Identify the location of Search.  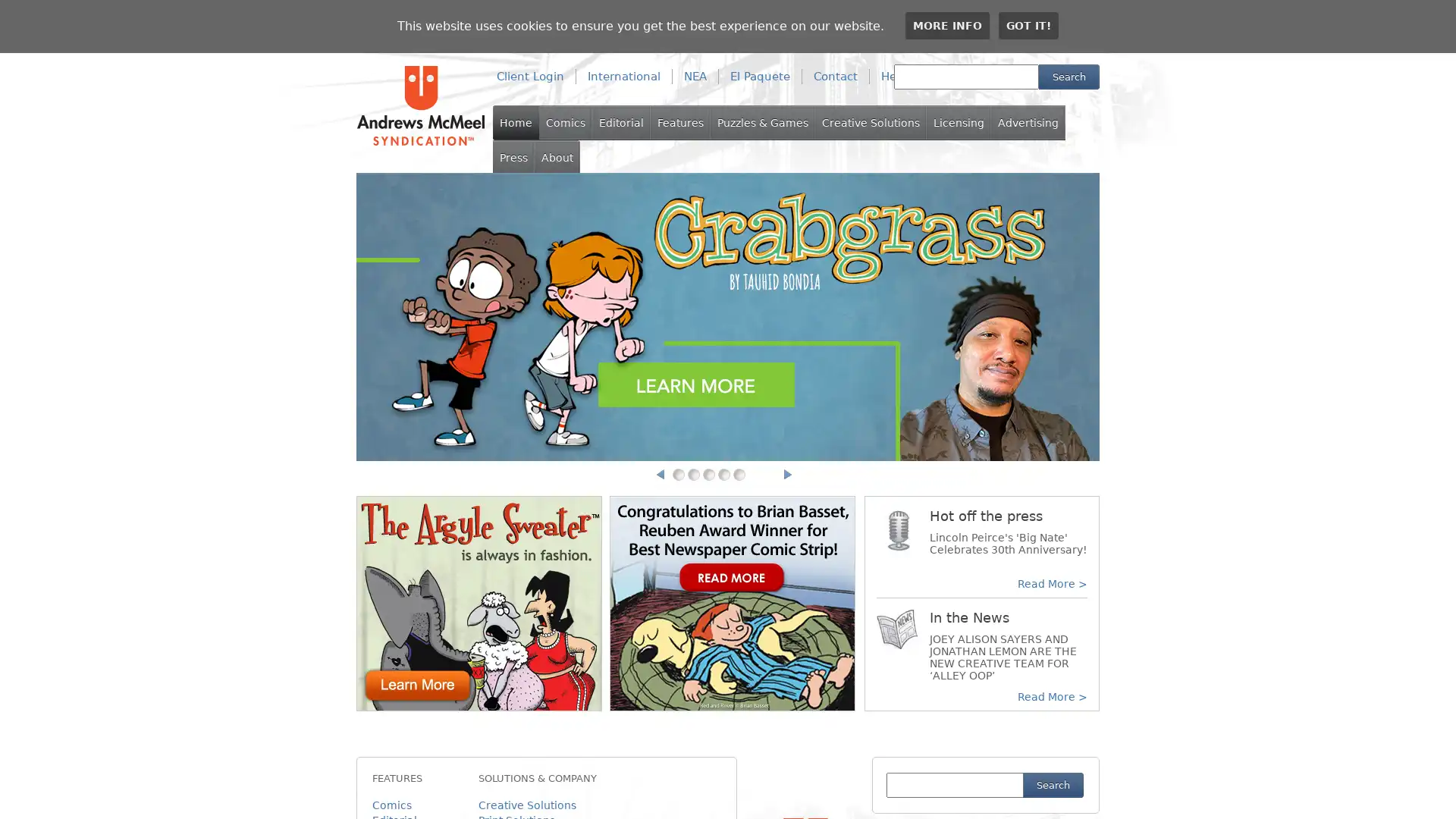
(1068, 77).